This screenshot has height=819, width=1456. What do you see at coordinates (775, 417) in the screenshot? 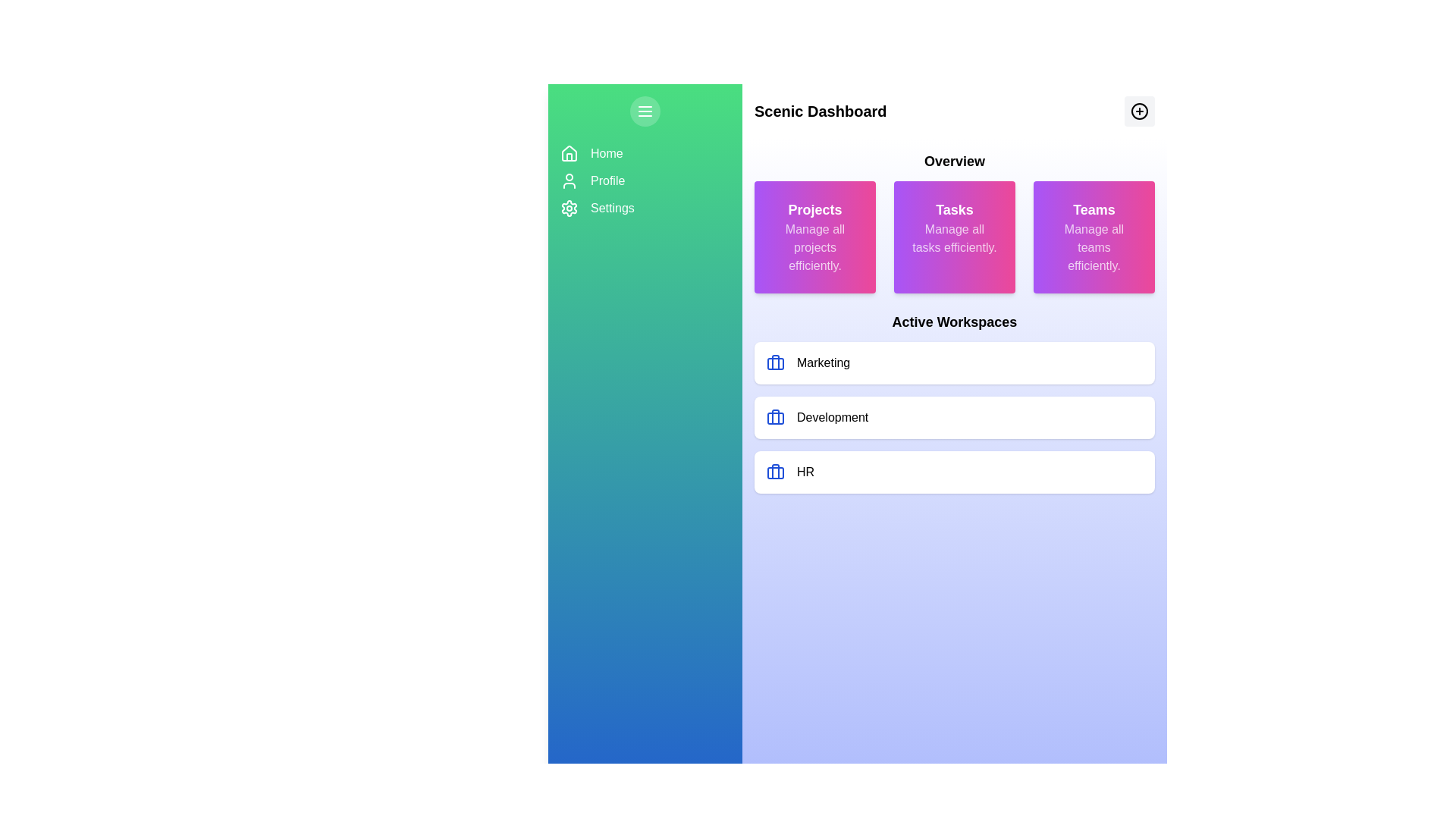
I see `the 'Development' workspace icon, which resembles a briefcase and is located under the 'Overview' section` at bounding box center [775, 417].